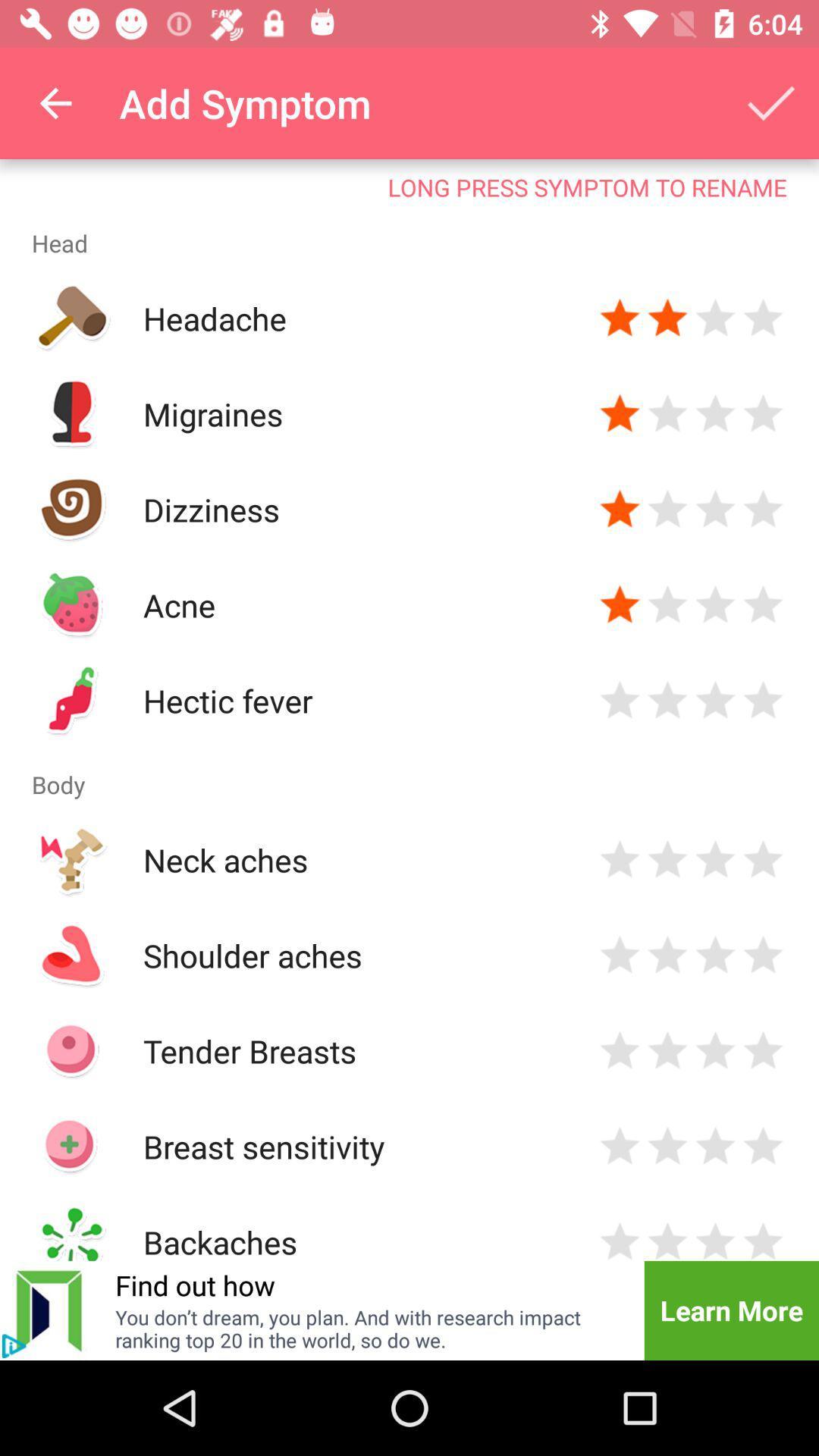 Image resolution: width=819 pixels, height=1456 pixels. I want to click on rate migraines two stars, so click(667, 414).